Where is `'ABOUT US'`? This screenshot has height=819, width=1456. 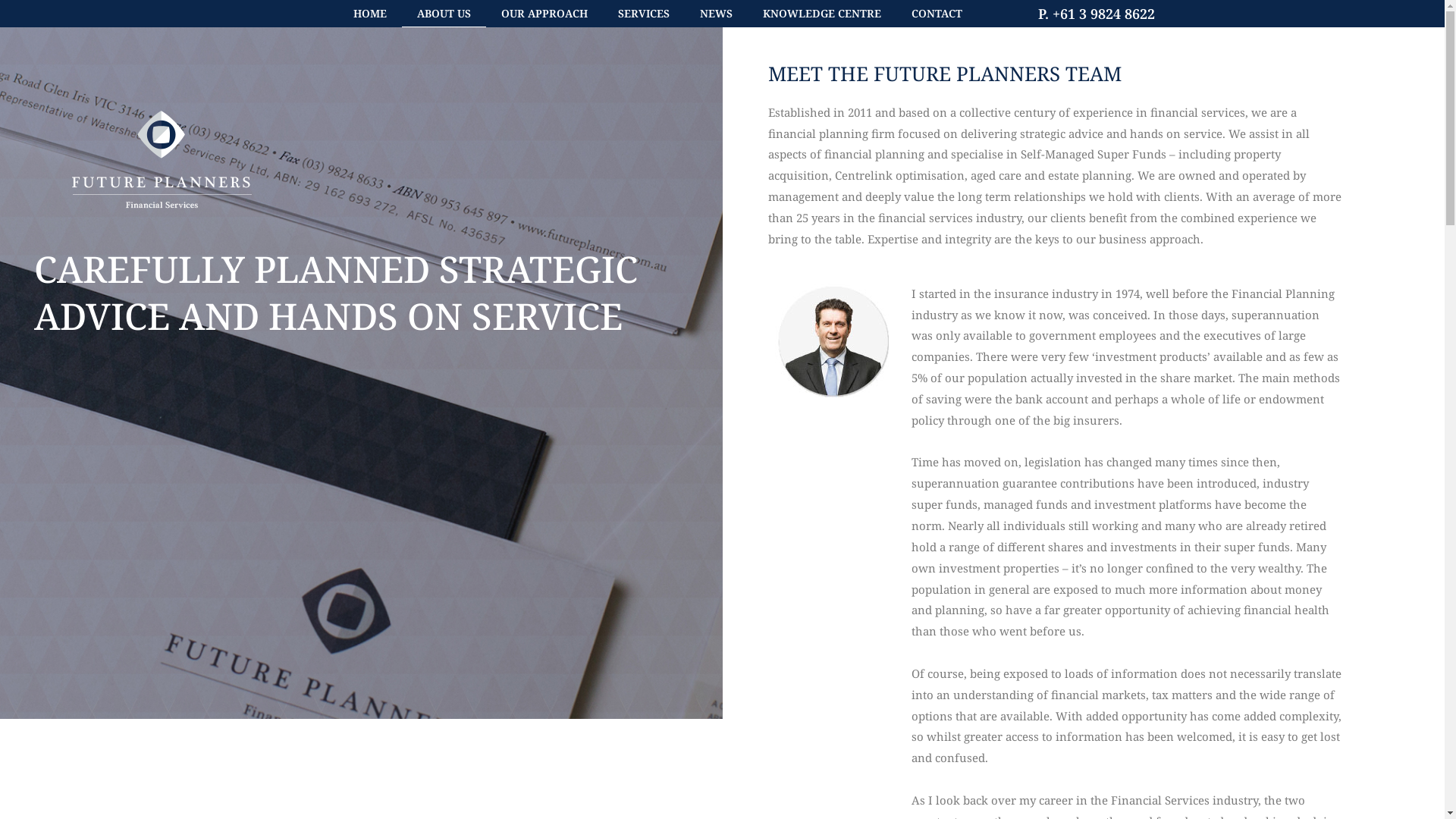 'ABOUT US' is located at coordinates (401, 14).